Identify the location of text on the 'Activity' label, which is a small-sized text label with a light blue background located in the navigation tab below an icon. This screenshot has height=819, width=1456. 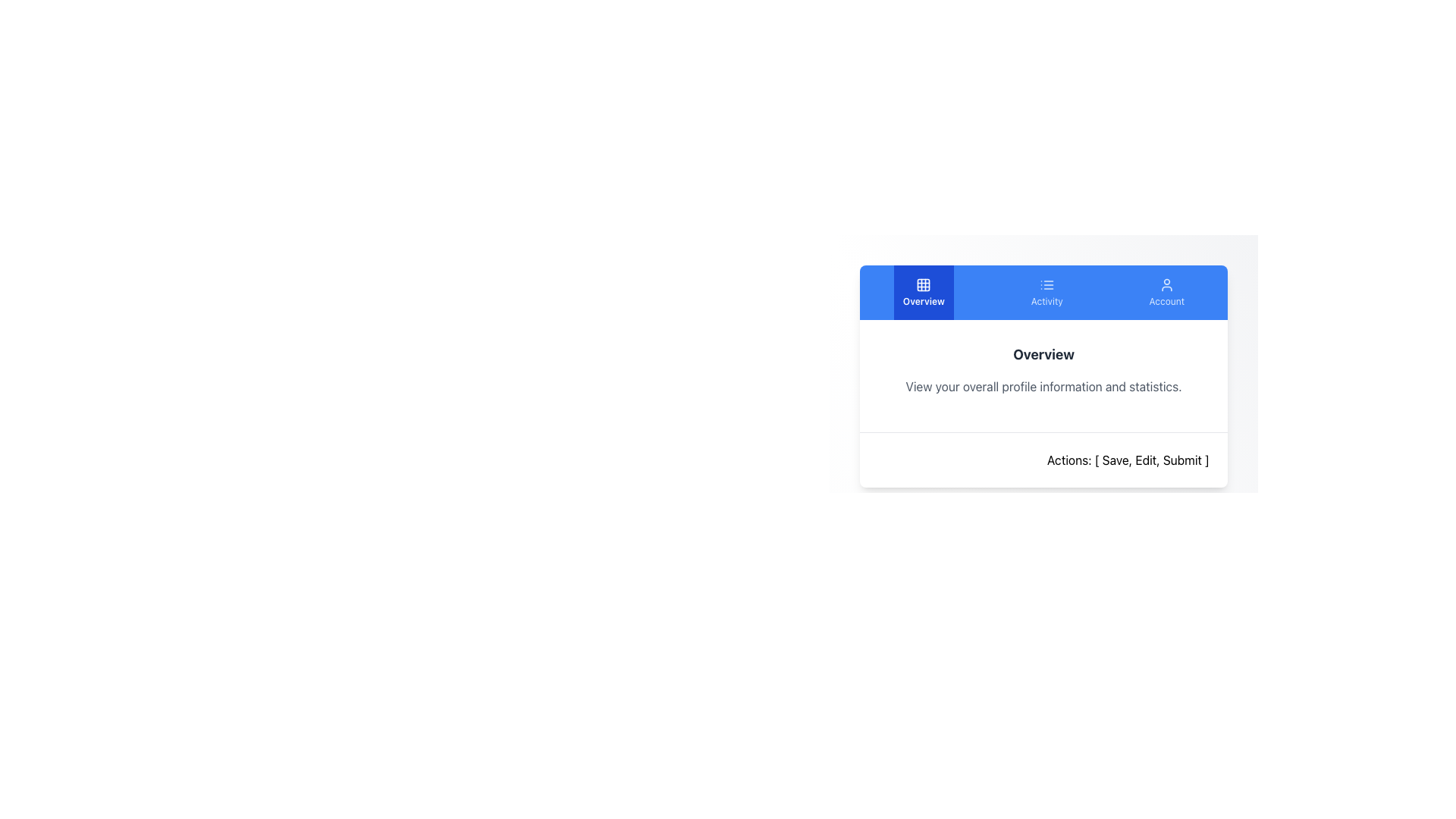
(1046, 301).